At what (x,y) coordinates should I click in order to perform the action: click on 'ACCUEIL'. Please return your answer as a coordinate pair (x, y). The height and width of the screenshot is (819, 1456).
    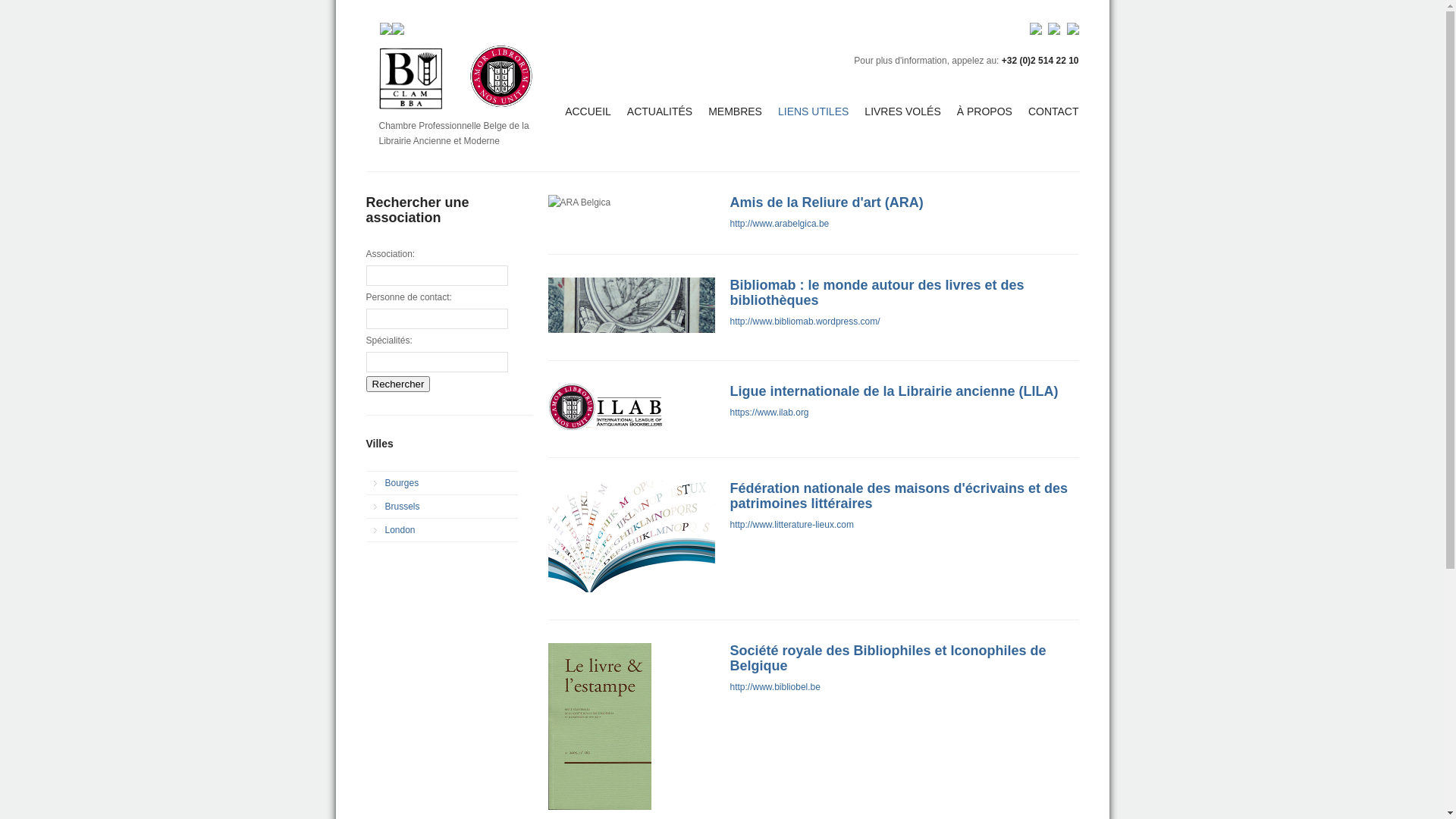
    Looking at the image, I should click on (595, 110).